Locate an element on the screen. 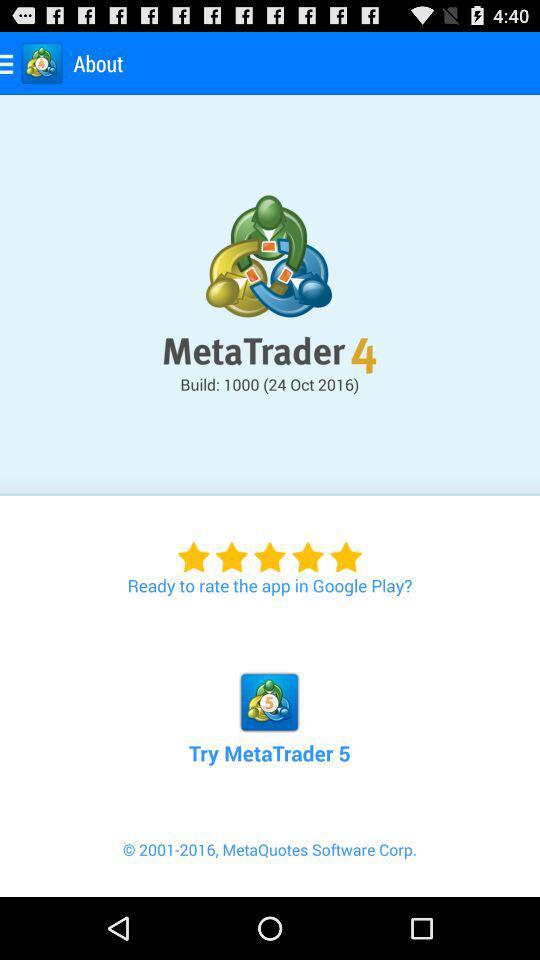 Image resolution: width=540 pixels, height=960 pixels. ready to rate is located at coordinates (270, 546).